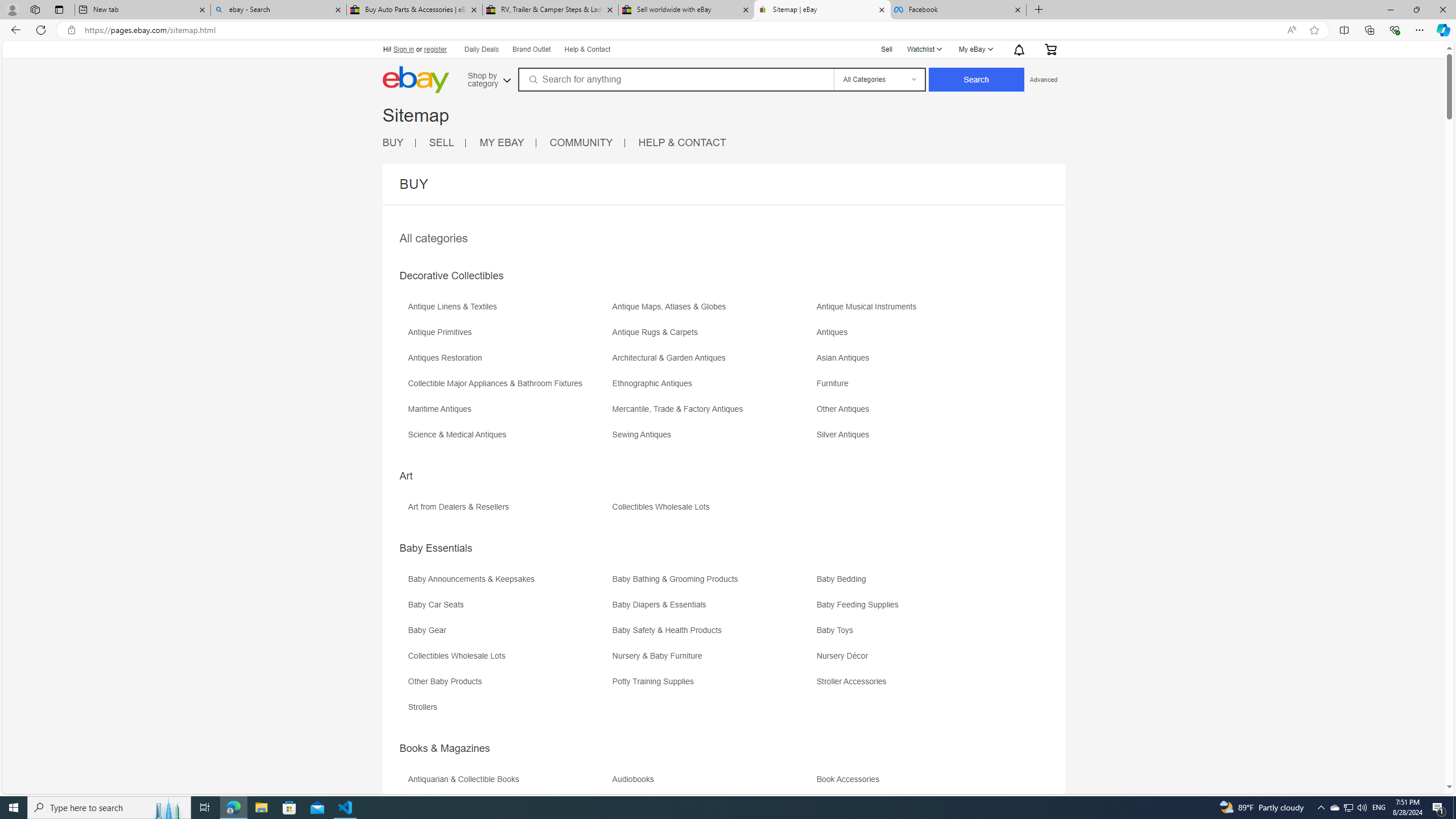 This screenshot has width=1456, height=819. Describe the element at coordinates (655, 681) in the screenshot. I see `'Potty Training Supplies'` at that location.